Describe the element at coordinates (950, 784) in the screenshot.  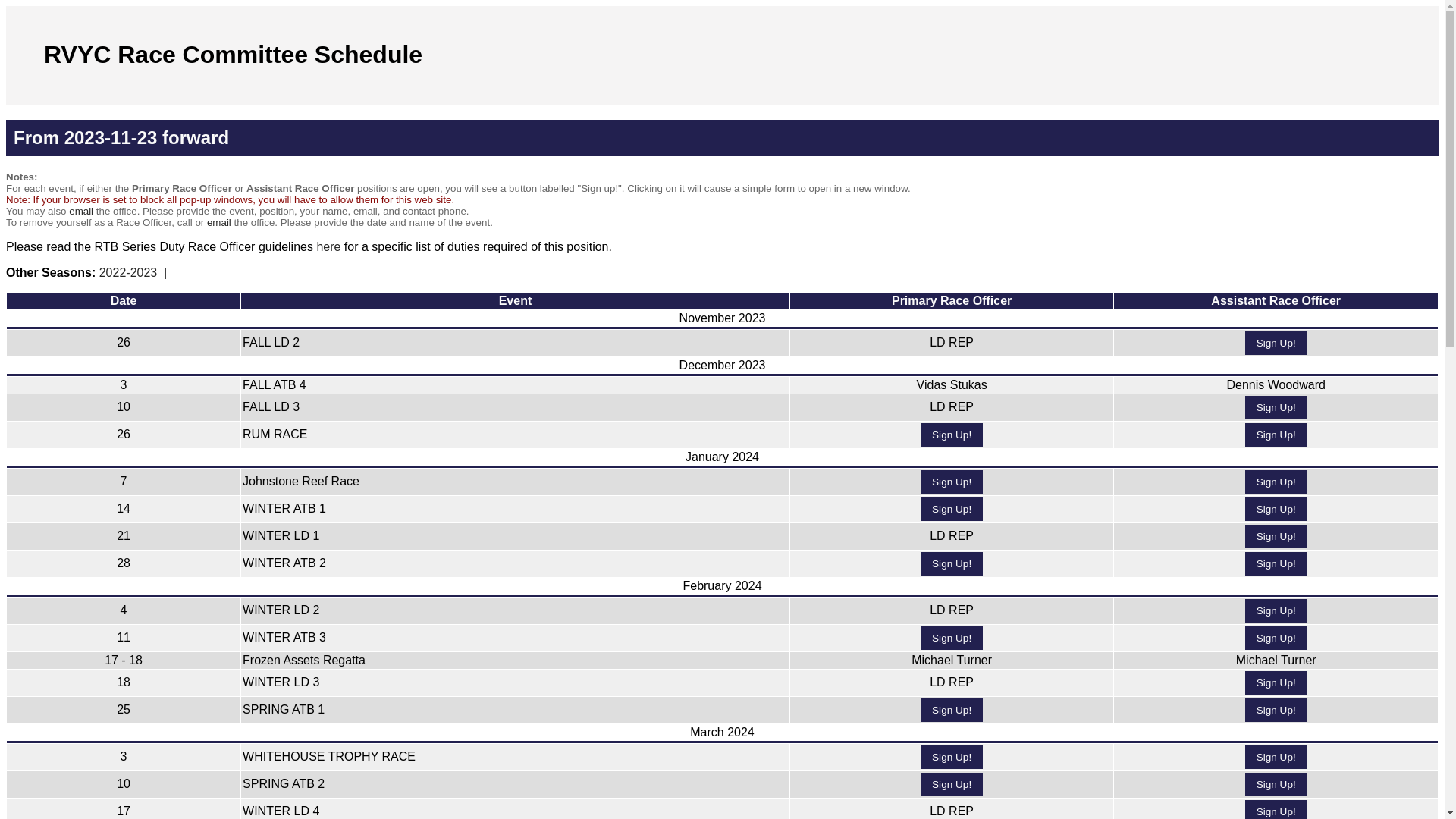
I see `'Sign Up!'` at that location.